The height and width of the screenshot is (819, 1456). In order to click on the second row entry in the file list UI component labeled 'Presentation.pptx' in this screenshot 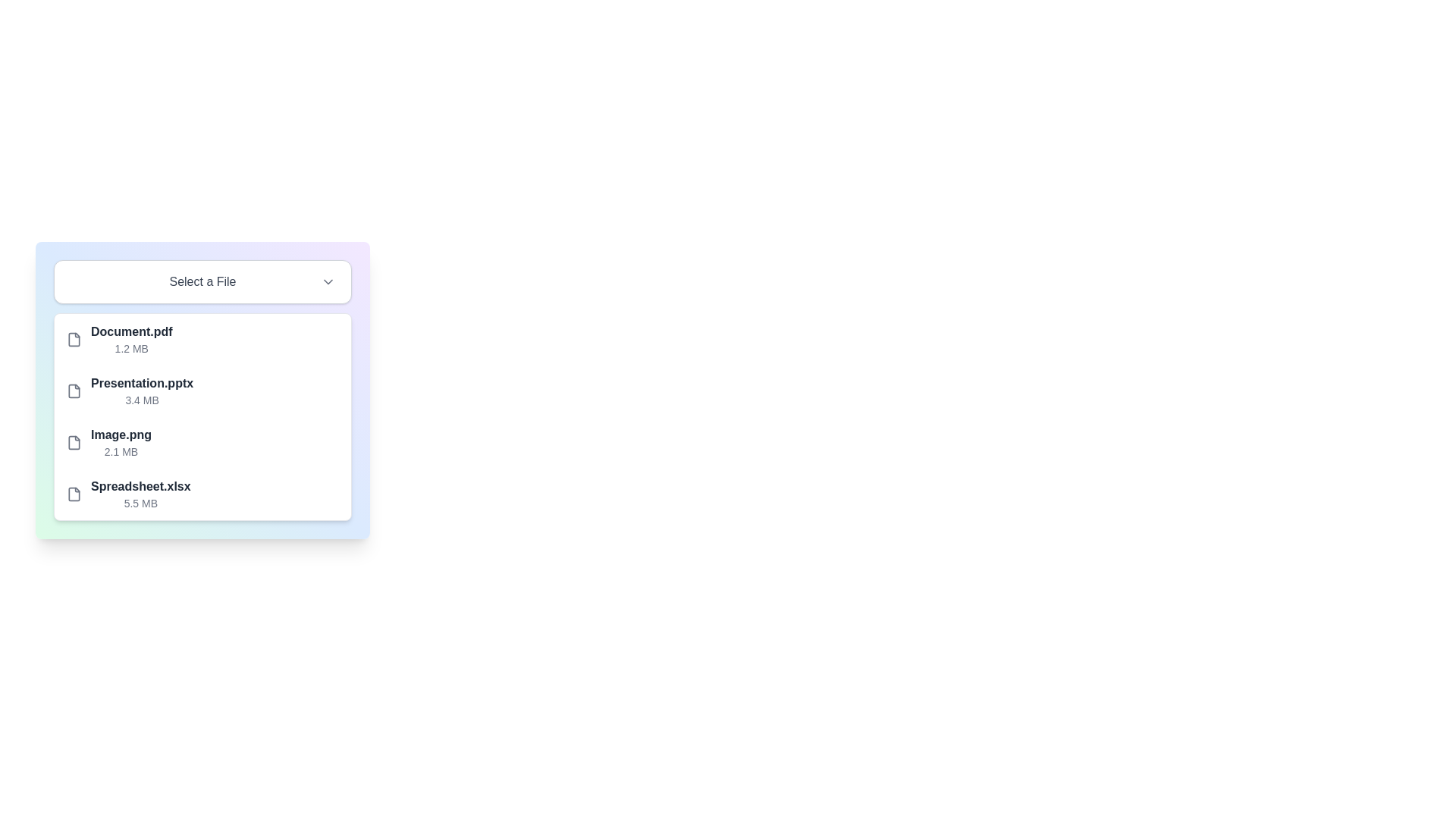, I will do `click(202, 391)`.